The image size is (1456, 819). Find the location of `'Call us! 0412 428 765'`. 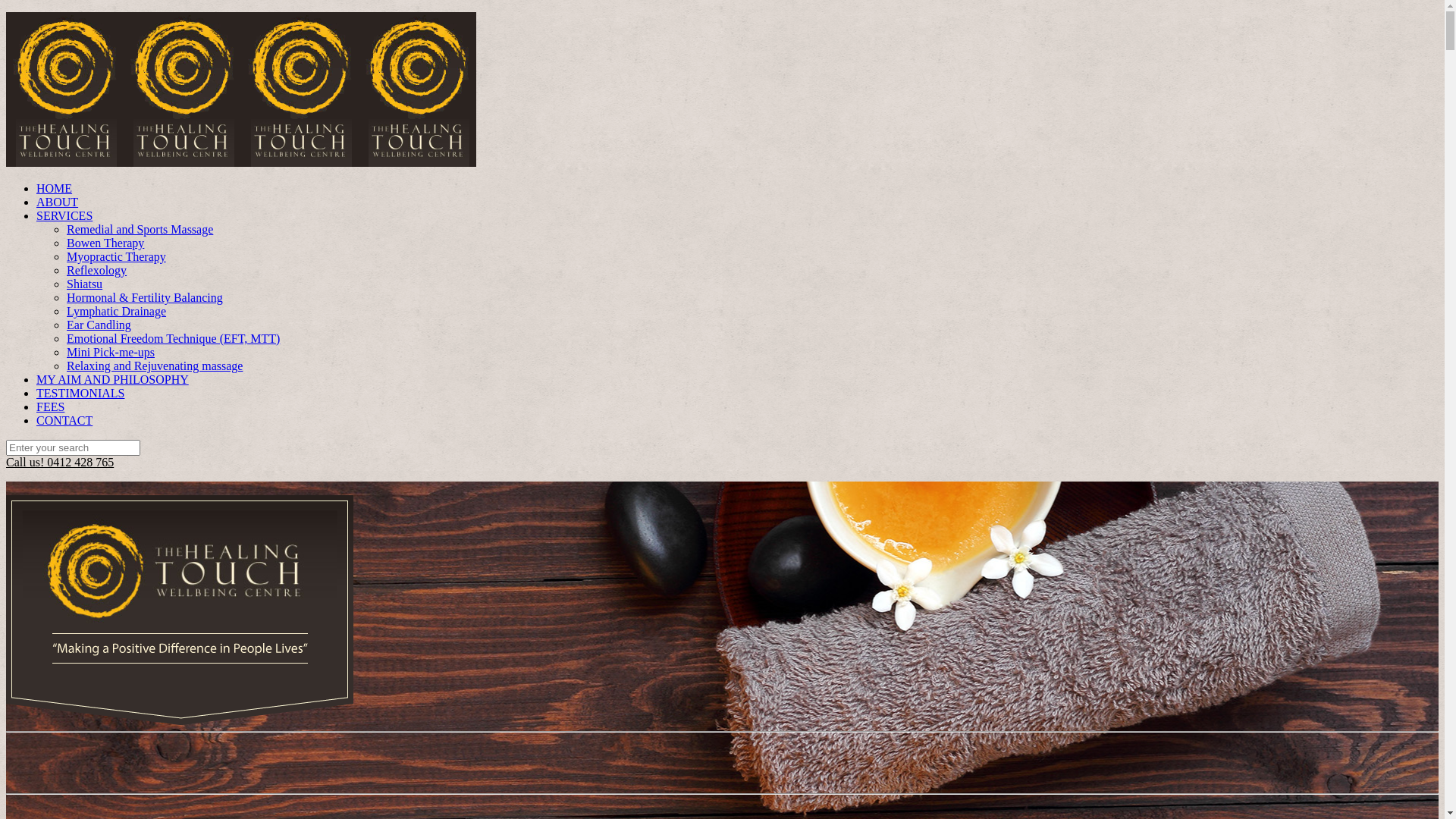

'Call us! 0412 428 765' is located at coordinates (59, 461).